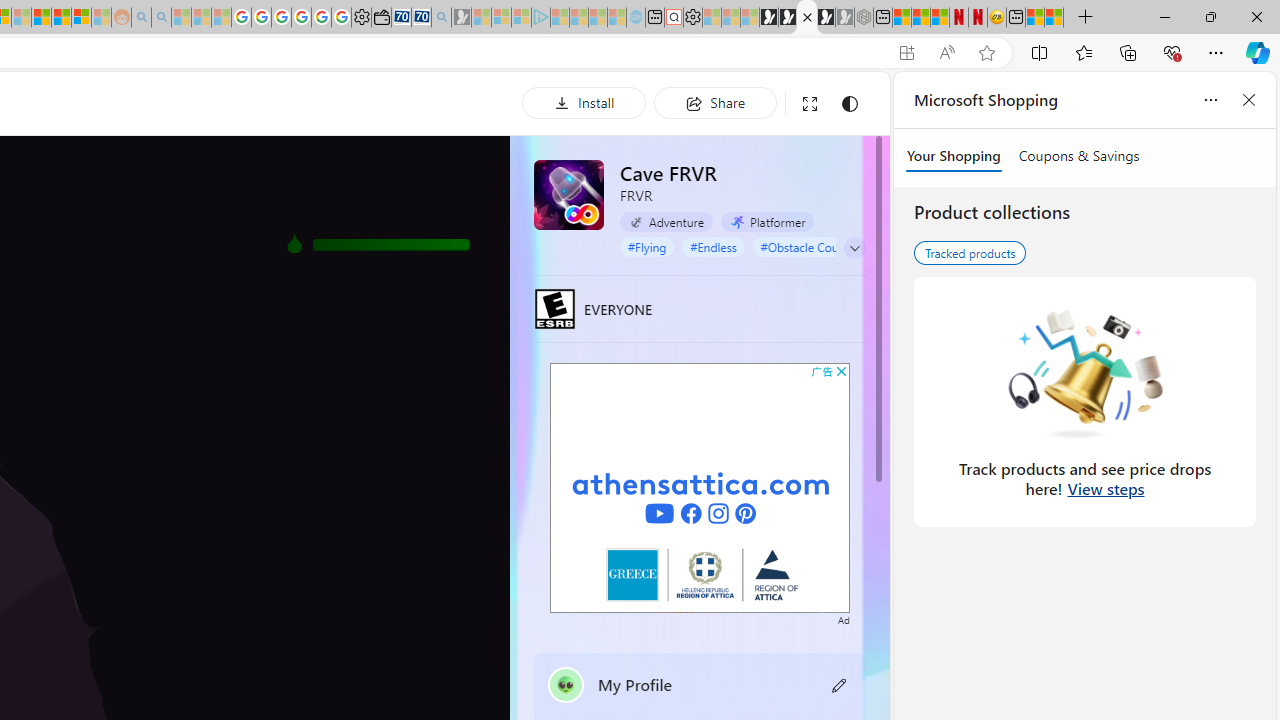 The image size is (1280, 720). What do you see at coordinates (843, 617) in the screenshot?
I see `'Ad'` at bounding box center [843, 617].